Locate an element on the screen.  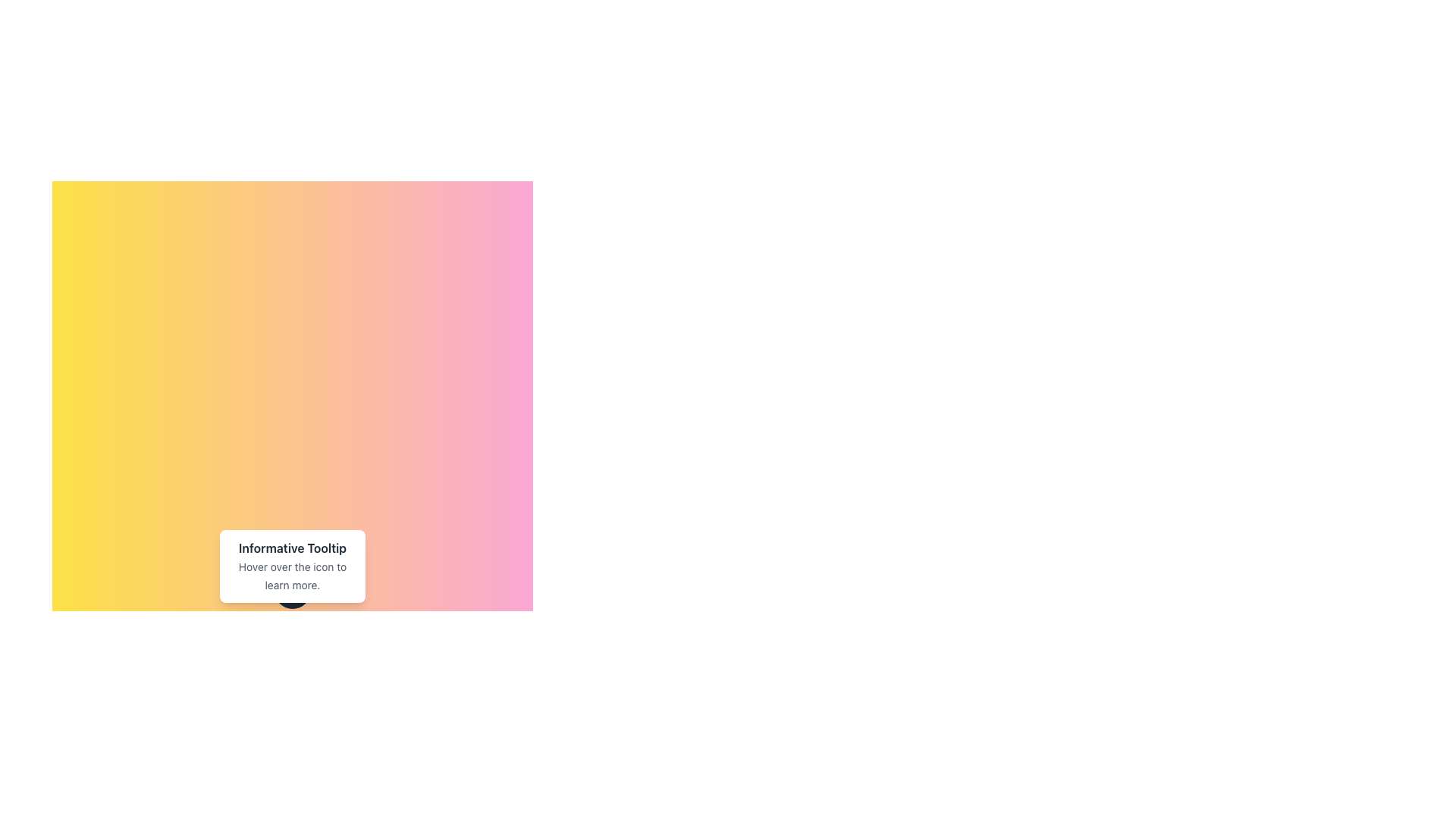
the tooltip with the title 'Informative Tooltip' and description 'Hover over the icon to learn more.' is located at coordinates (292, 566).